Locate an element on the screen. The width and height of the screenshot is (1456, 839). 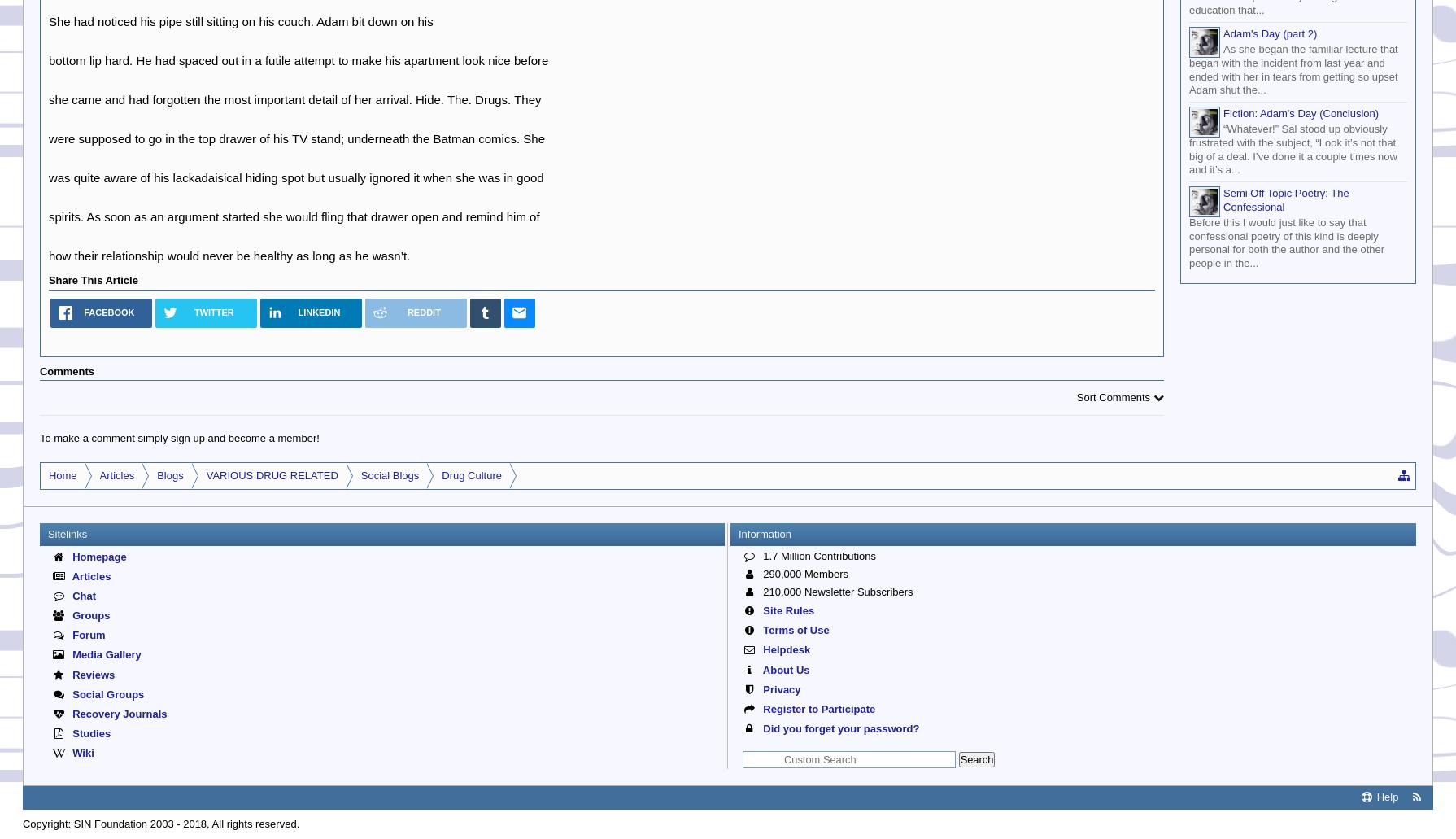
'Tumblr' is located at coordinates (487, 325).